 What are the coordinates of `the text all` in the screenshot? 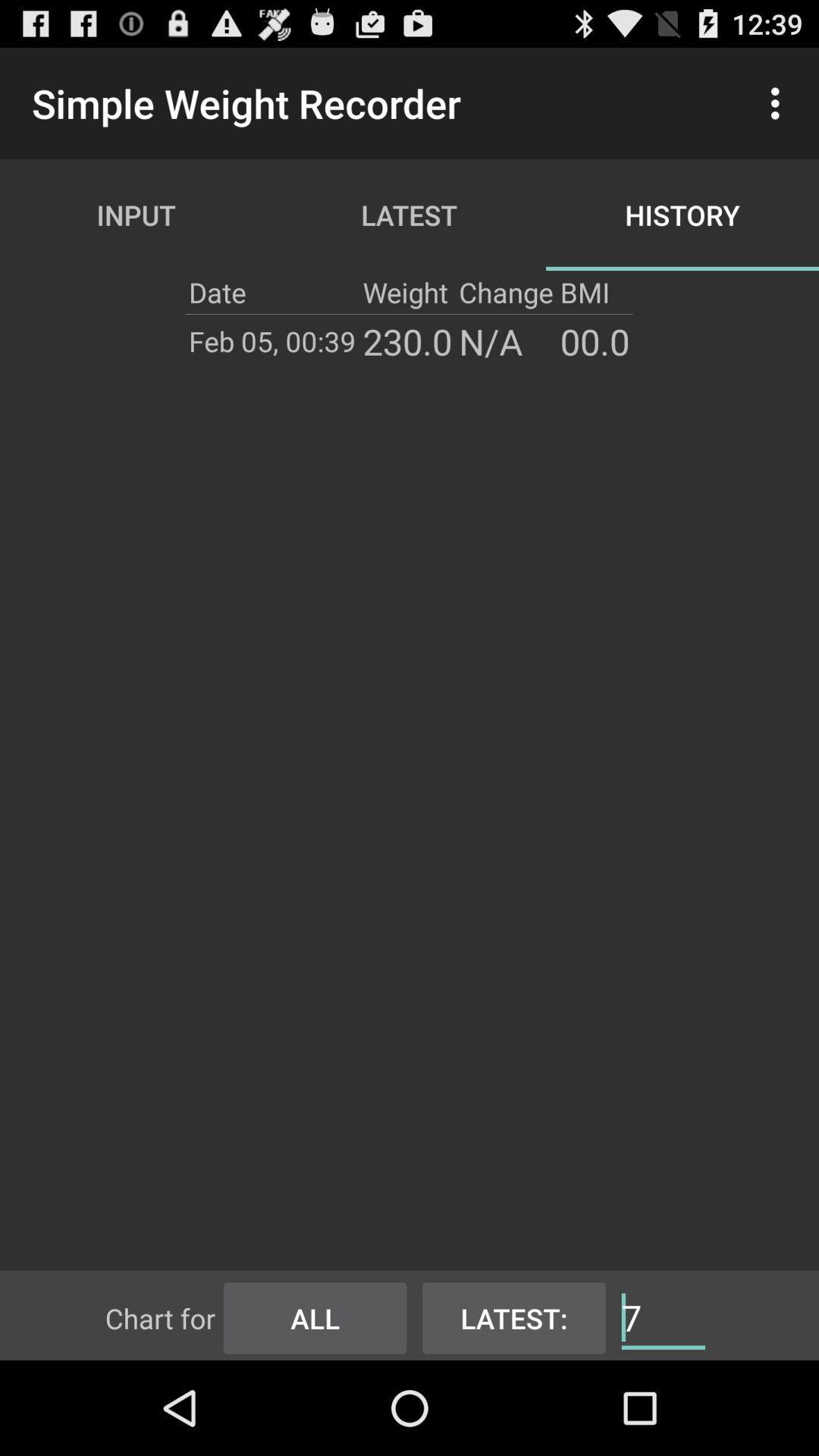 It's located at (314, 1314).